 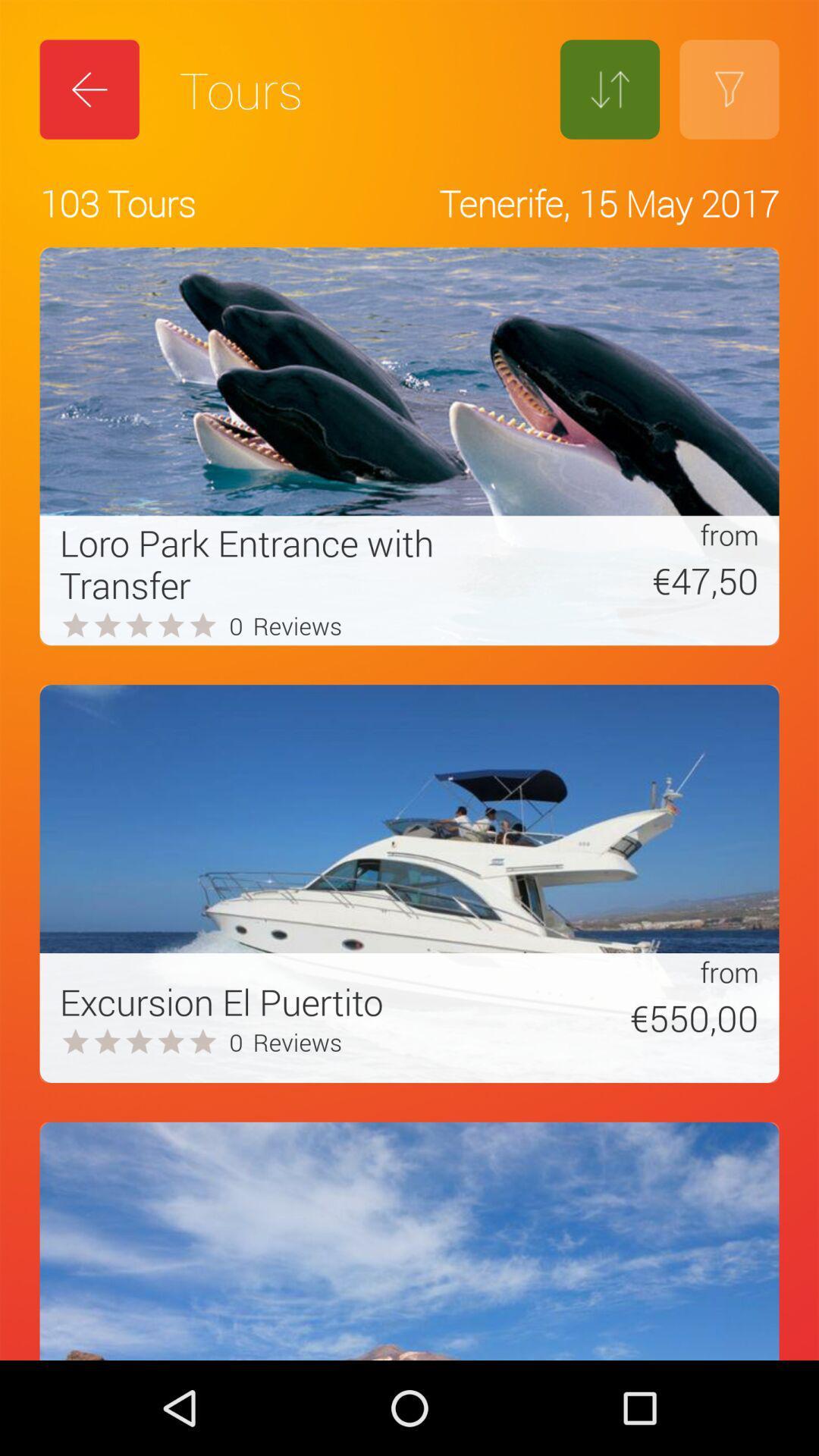 I want to click on the arrow_backward icon, so click(x=89, y=89).